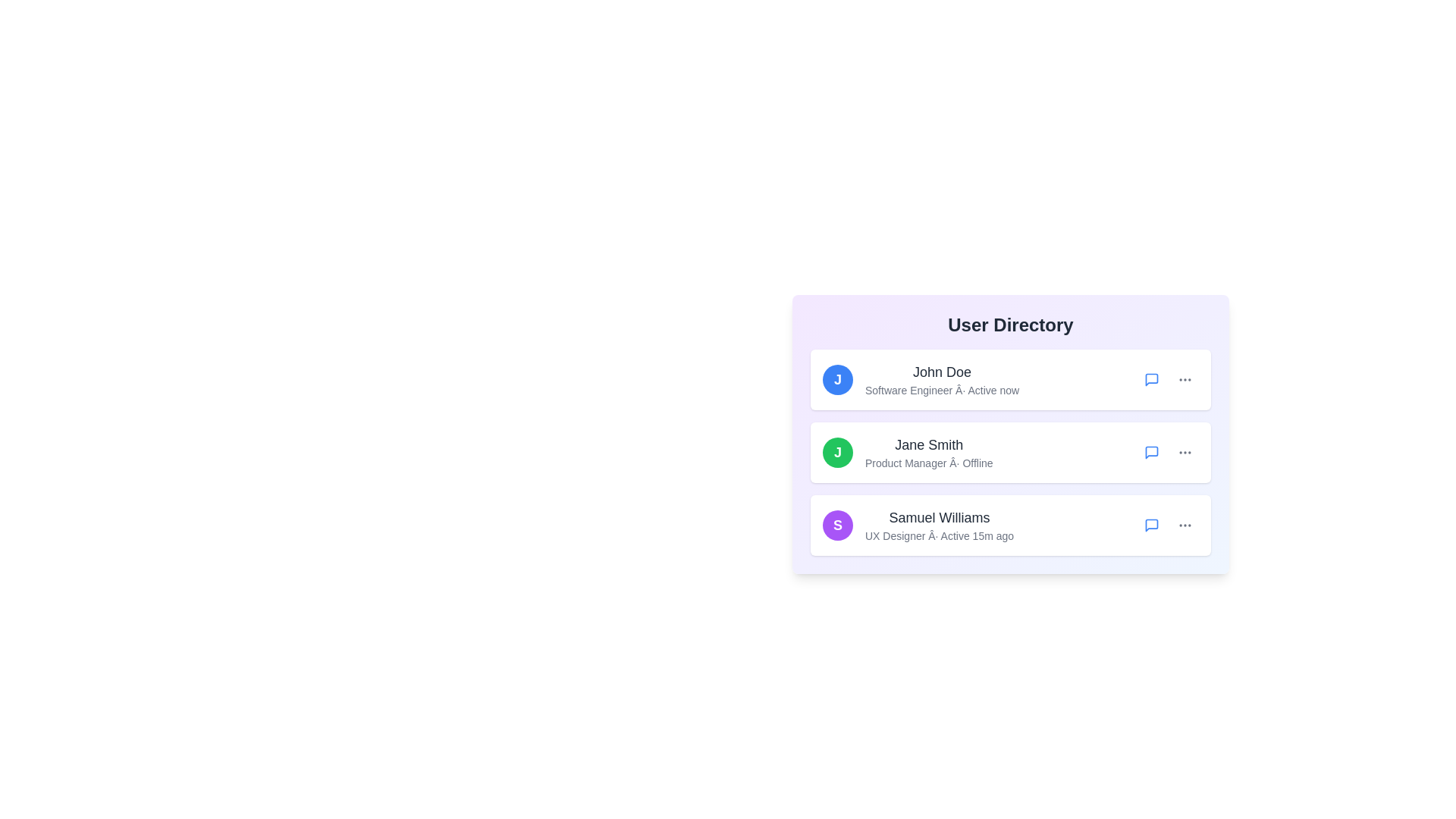  What do you see at coordinates (836, 452) in the screenshot?
I see `the avatar of Jane Smith` at bounding box center [836, 452].